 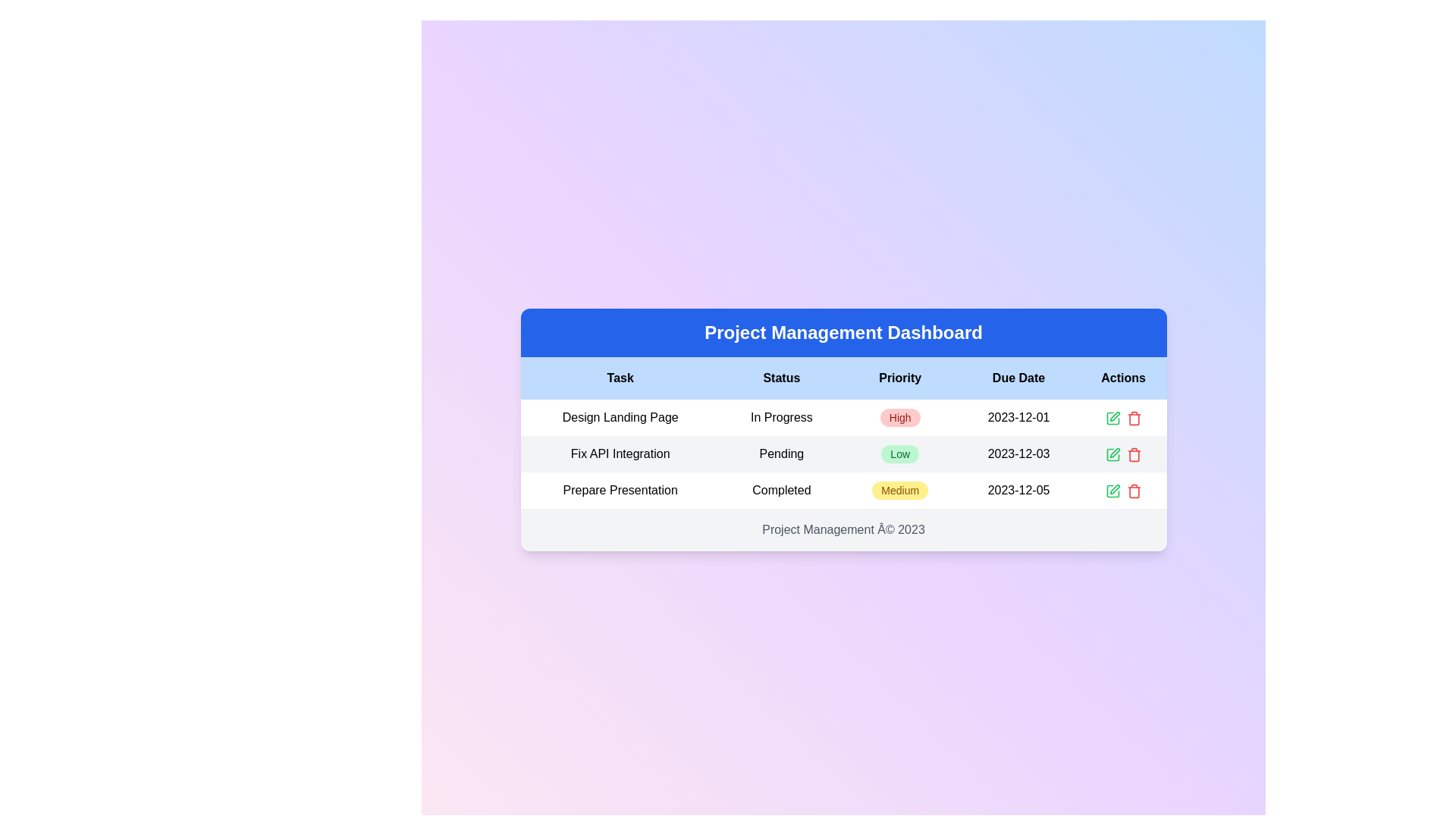 I want to click on the Text label that serves as a column header indicating the priority levels for the respective tasks, positioned between 'Status' and 'Due Date' in the Project Management Dashboard table, so click(x=900, y=377).